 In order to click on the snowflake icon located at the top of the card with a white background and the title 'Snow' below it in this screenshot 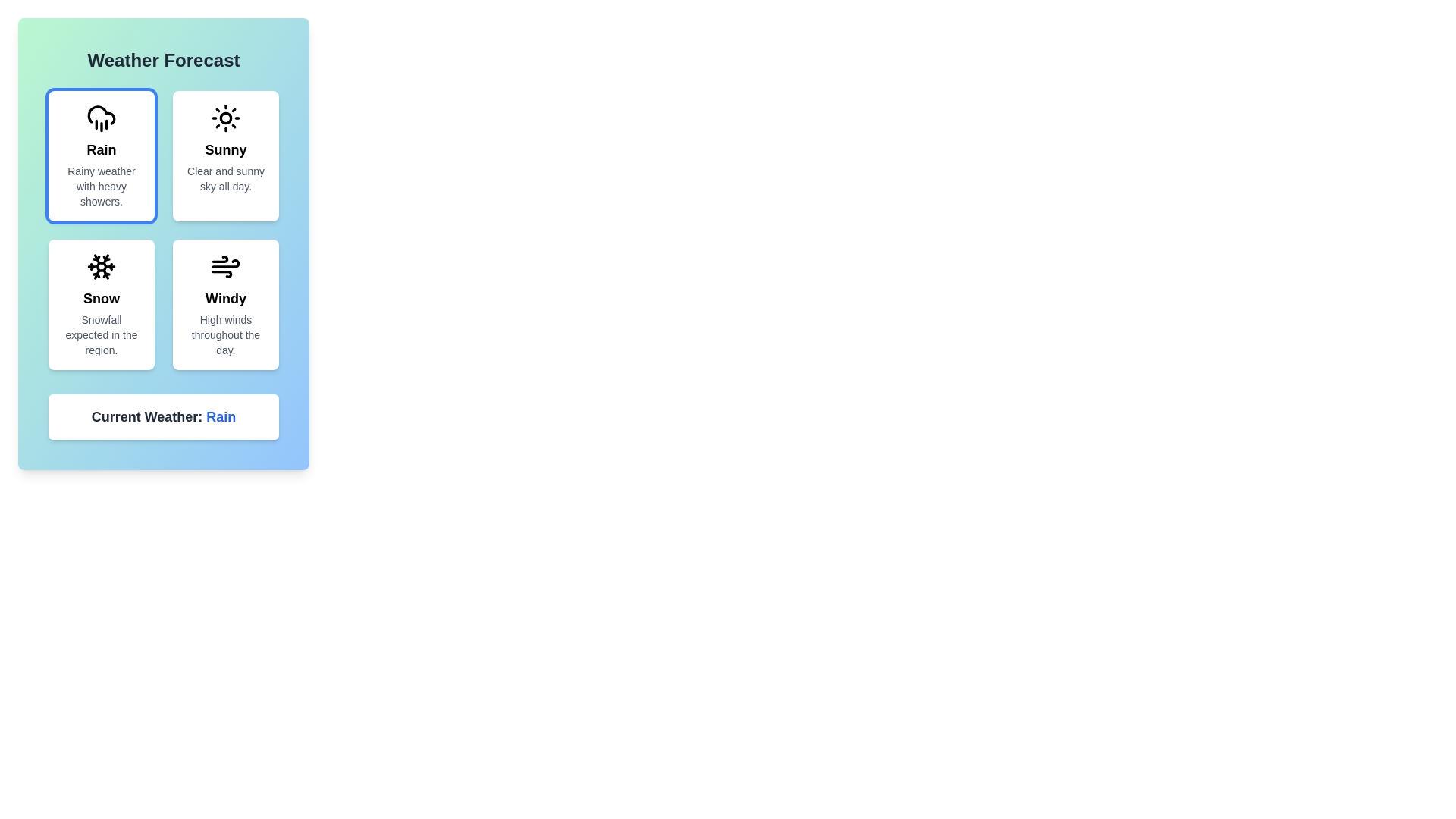, I will do `click(101, 265)`.